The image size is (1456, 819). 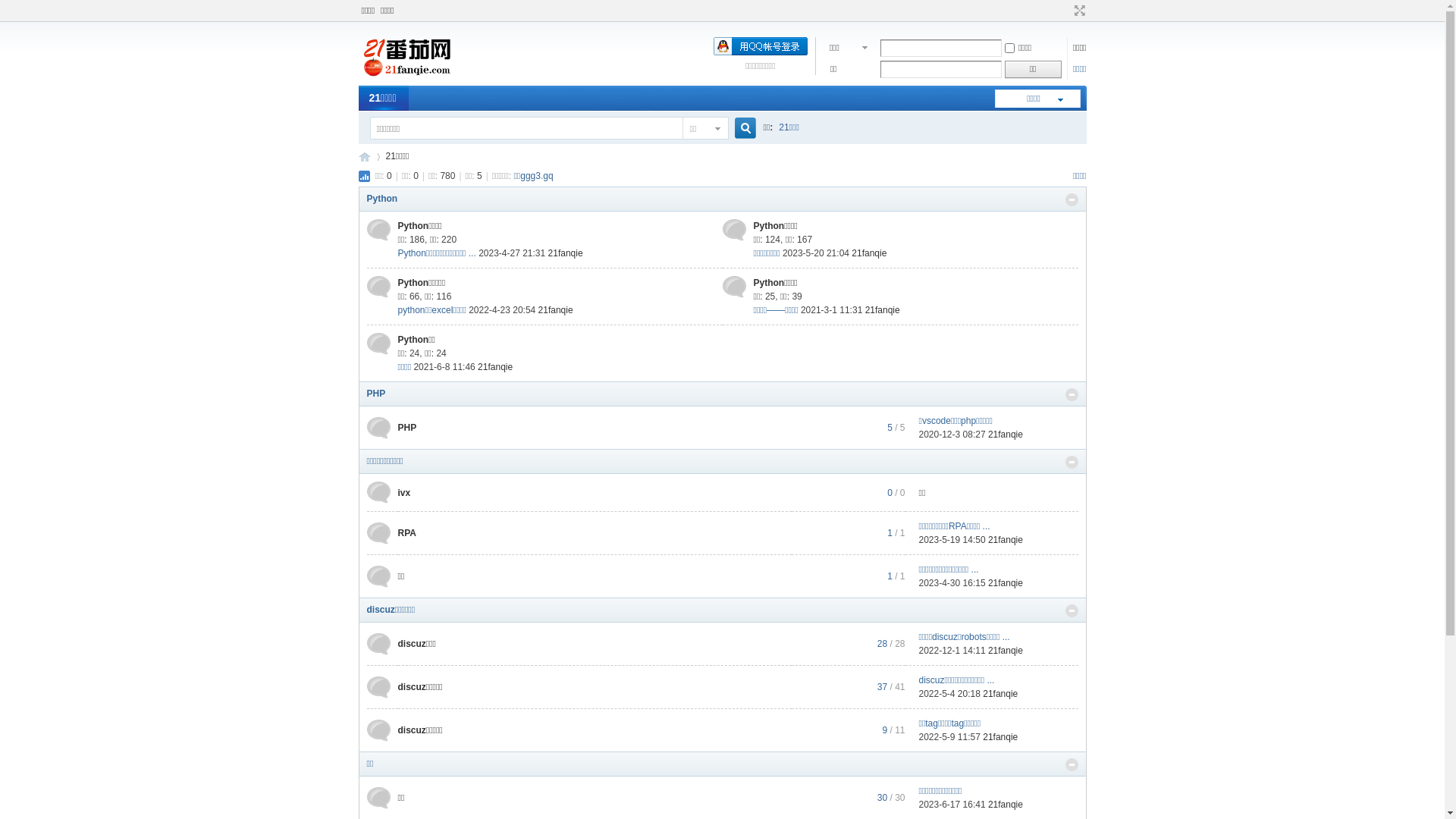 What do you see at coordinates (739, 127) in the screenshot?
I see `'true'` at bounding box center [739, 127].